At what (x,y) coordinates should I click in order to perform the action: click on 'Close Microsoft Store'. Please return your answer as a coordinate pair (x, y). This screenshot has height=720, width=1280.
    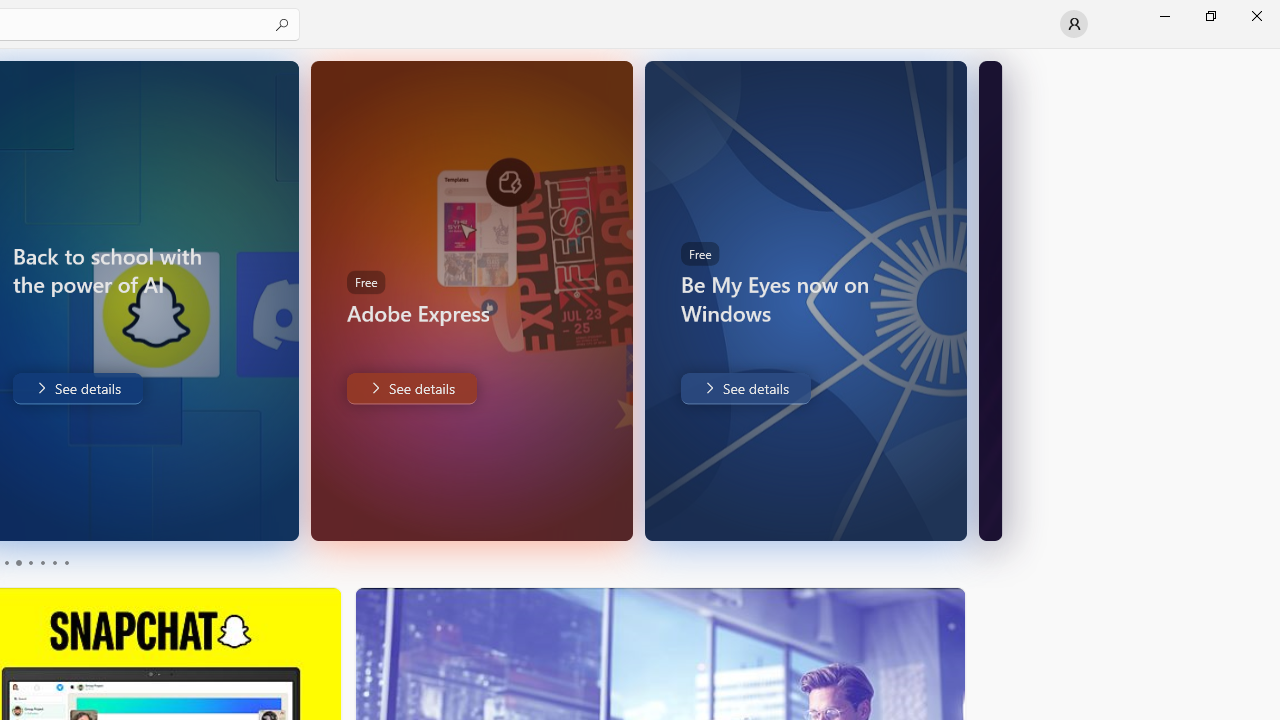
    Looking at the image, I should click on (1255, 15).